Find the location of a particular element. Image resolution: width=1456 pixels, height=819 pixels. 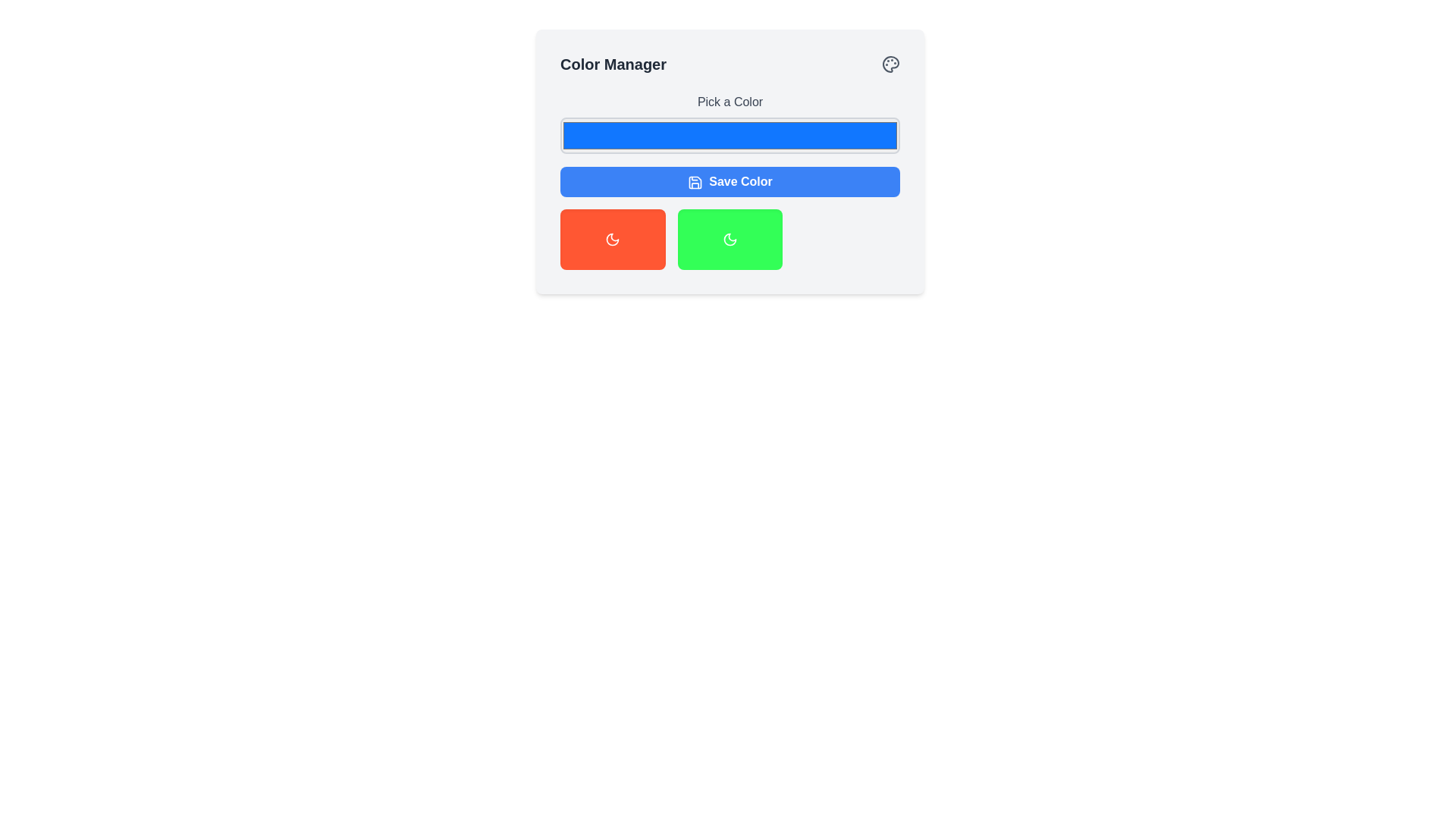

the third button in the 'Color Manager' interface, located to the right of a red button and below a blue button labeled 'Save Color' is located at coordinates (730, 239).